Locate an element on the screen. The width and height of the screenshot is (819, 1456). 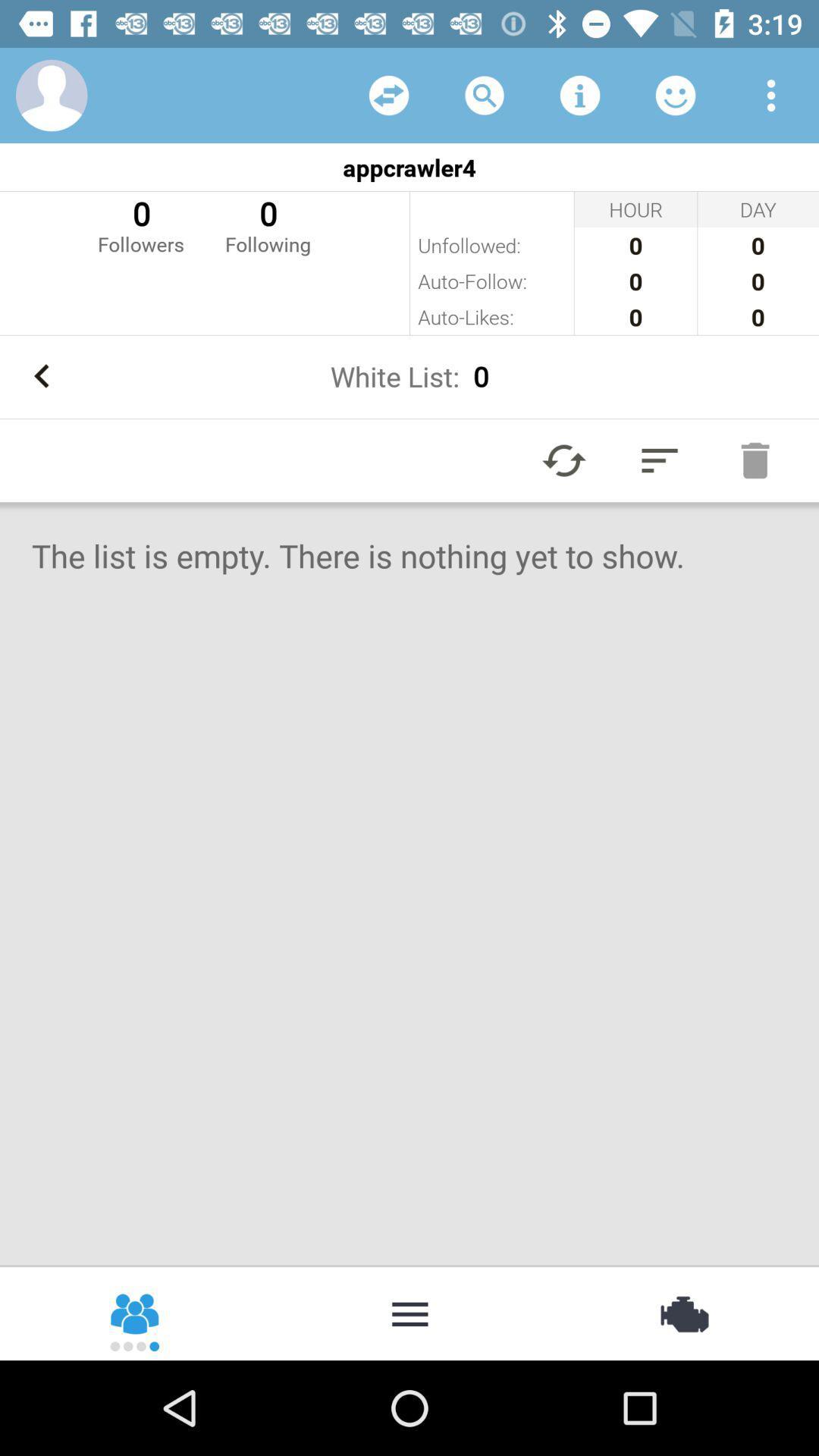
icon above the the list is icon is located at coordinates (755, 460).